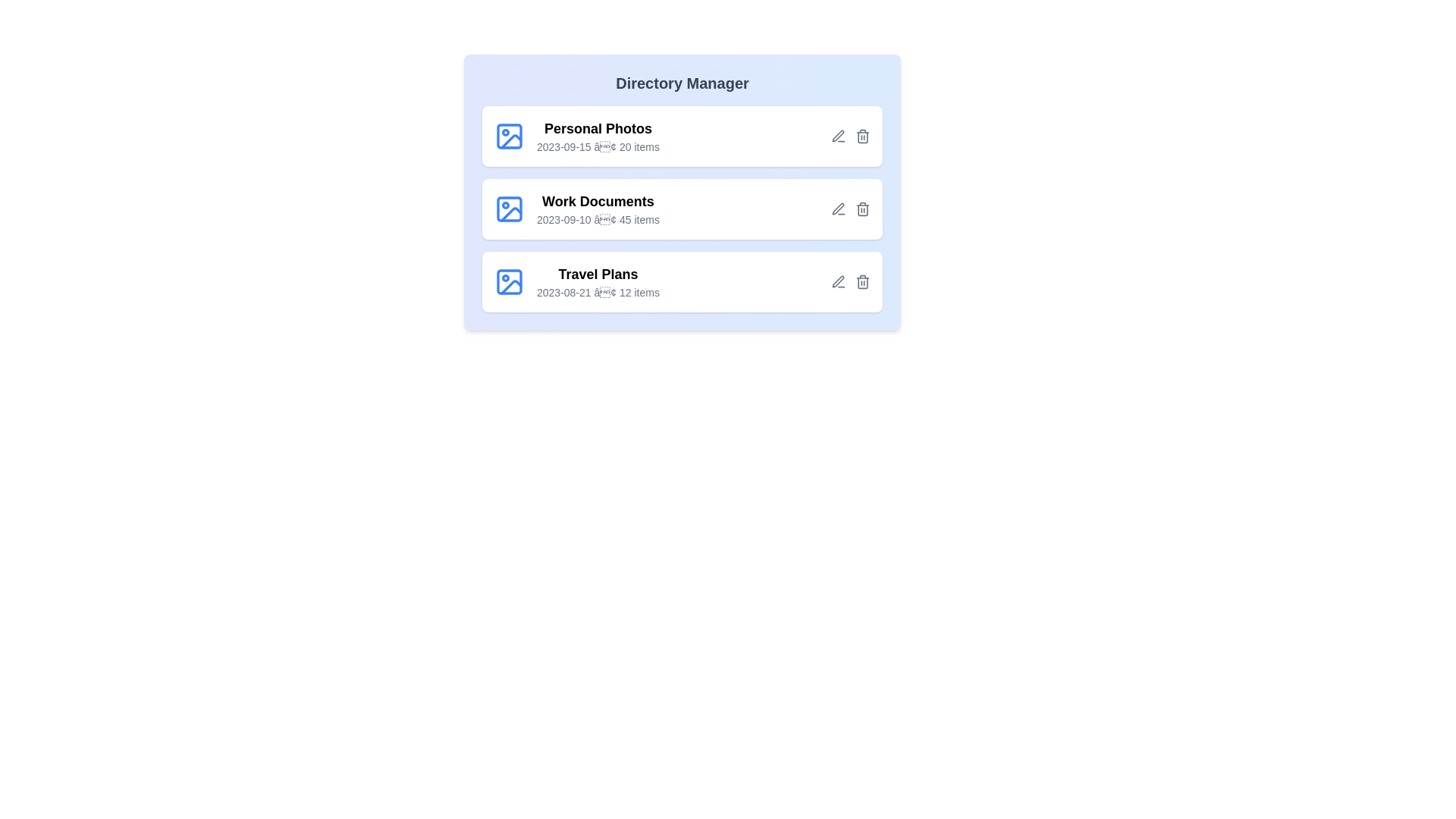 The height and width of the screenshot is (819, 1456). What do you see at coordinates (682, 209) in the screenshot?
I see `the directory named Work Documents from the list` at bounding box center [682, 209].